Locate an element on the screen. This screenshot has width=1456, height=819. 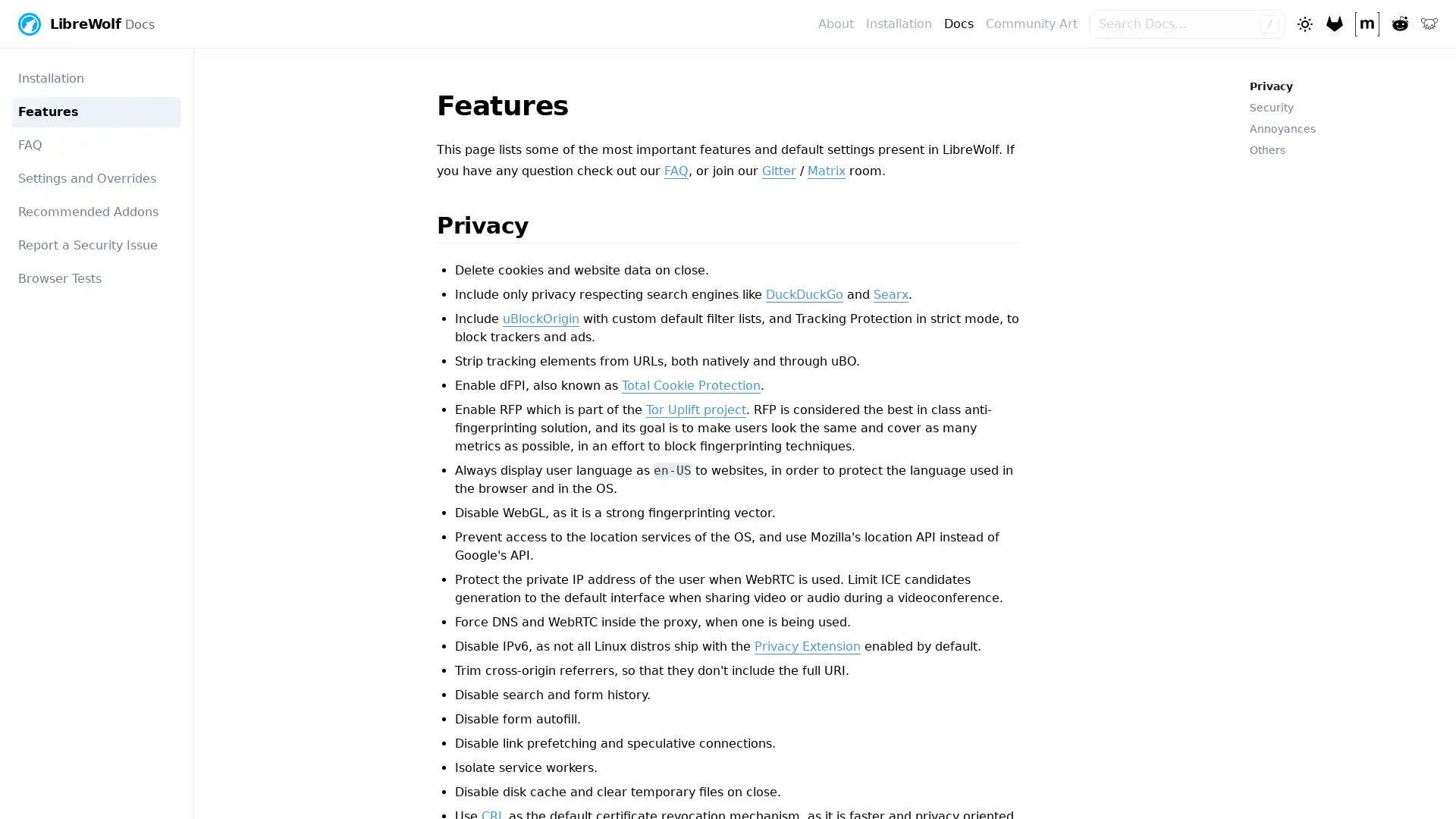
Toggle theme is located at coordinates (1303, 23).